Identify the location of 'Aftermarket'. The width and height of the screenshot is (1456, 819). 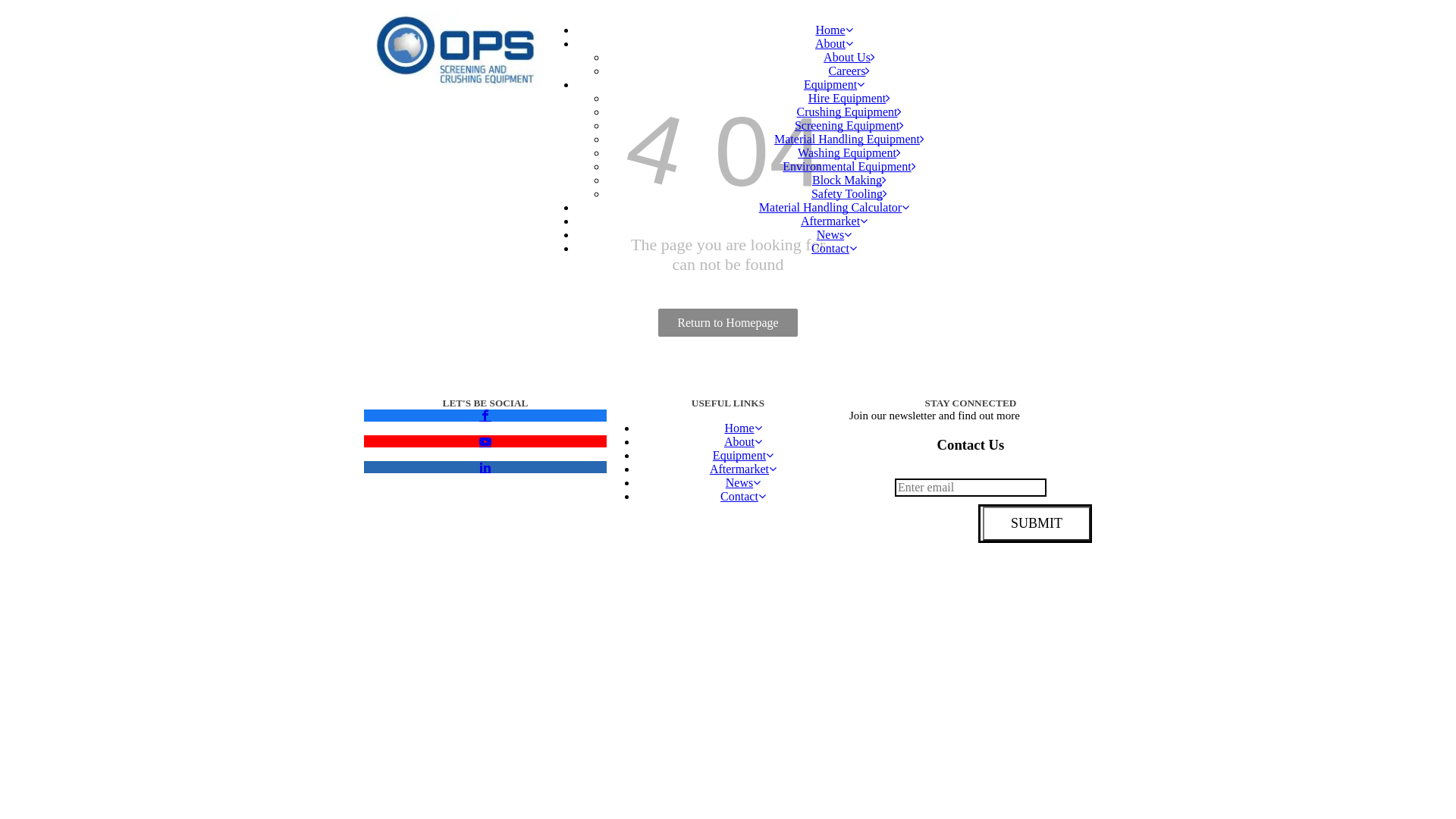
(742, 468).